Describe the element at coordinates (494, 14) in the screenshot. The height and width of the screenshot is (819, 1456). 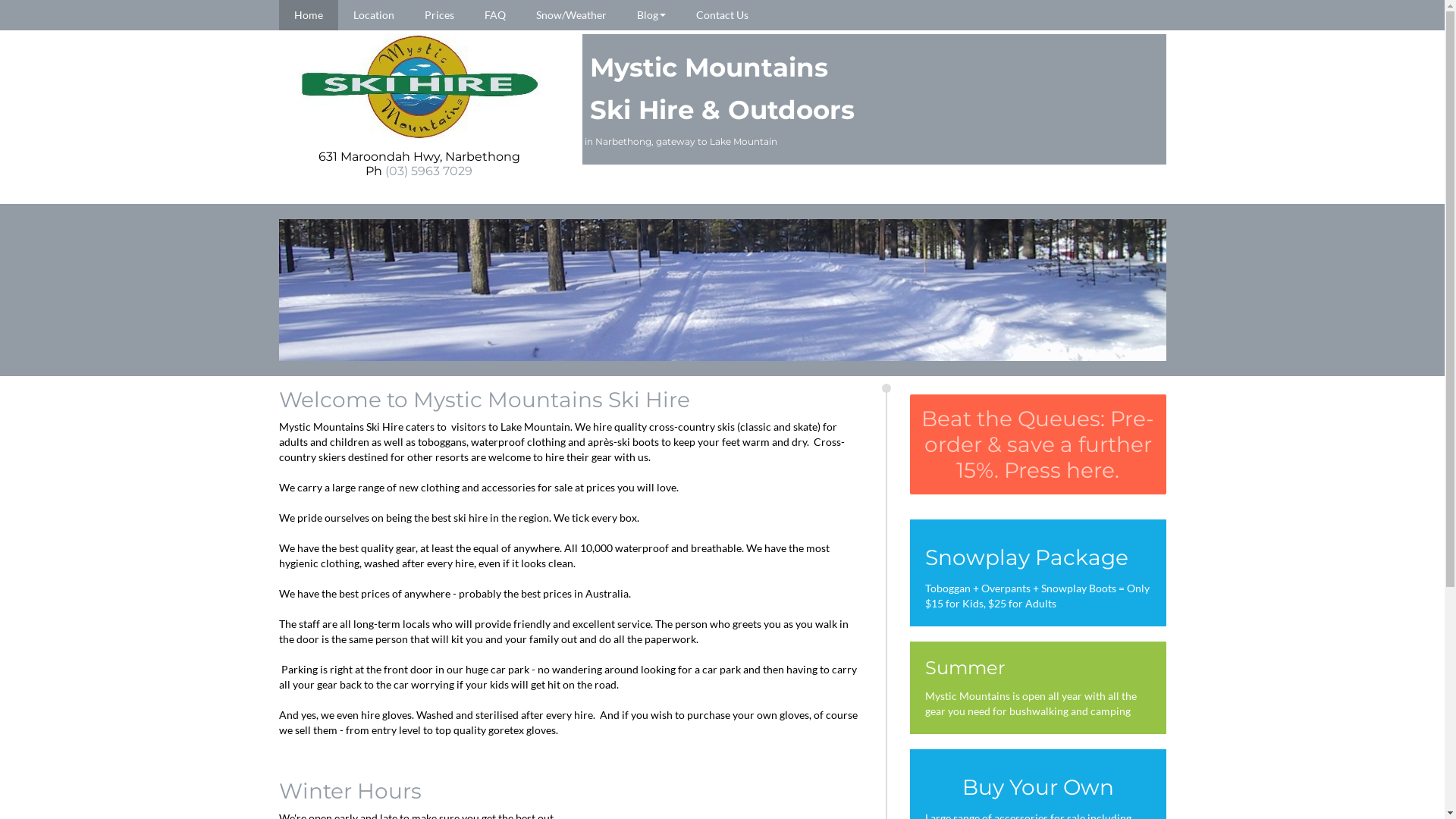
I see `'FAQ'` at that location.